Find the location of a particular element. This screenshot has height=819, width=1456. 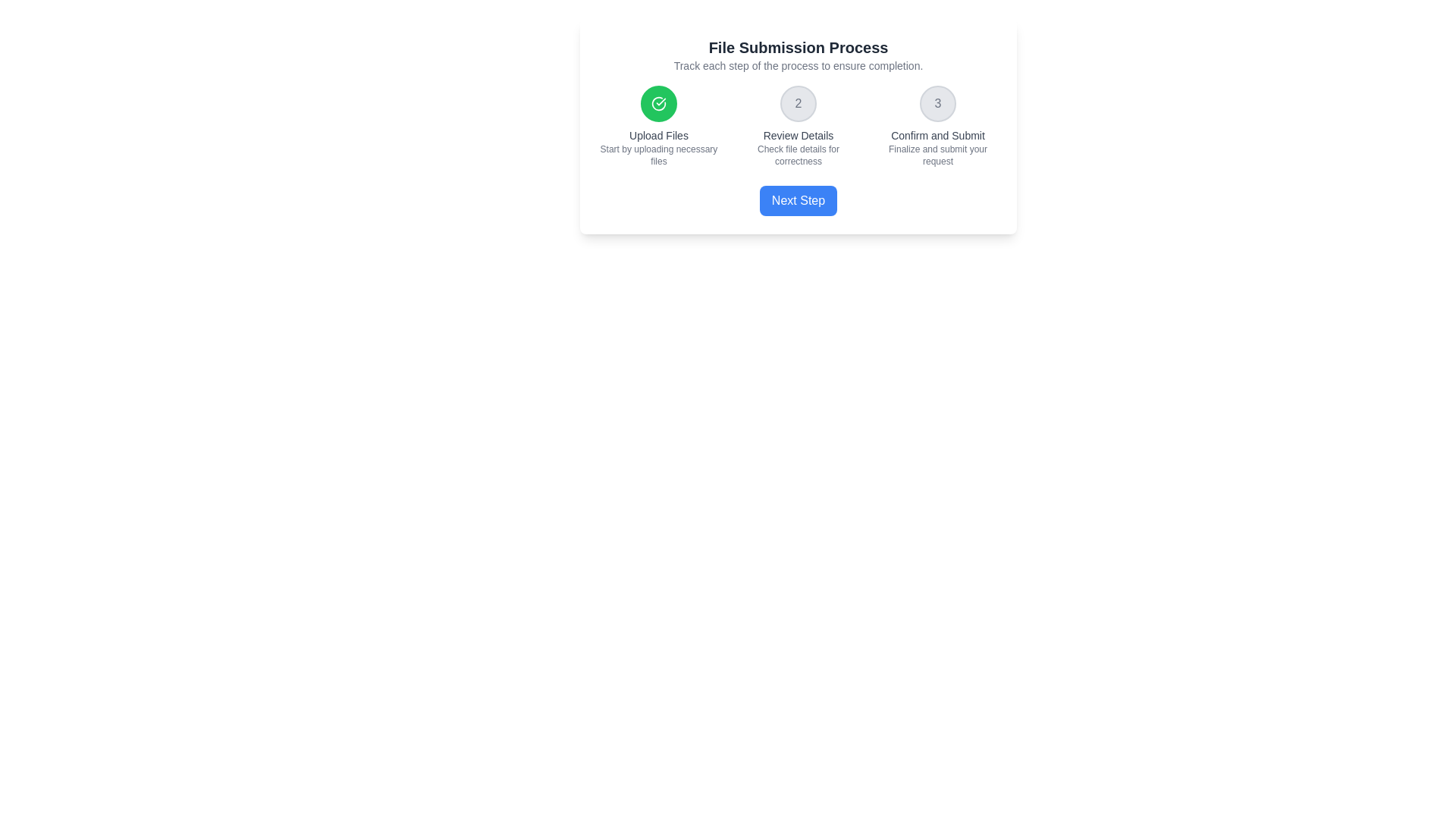

the Text label located directly beneath the heading titled 'File Submission Process', which provides guidance about the submission process is located at coordinates (797, 65).